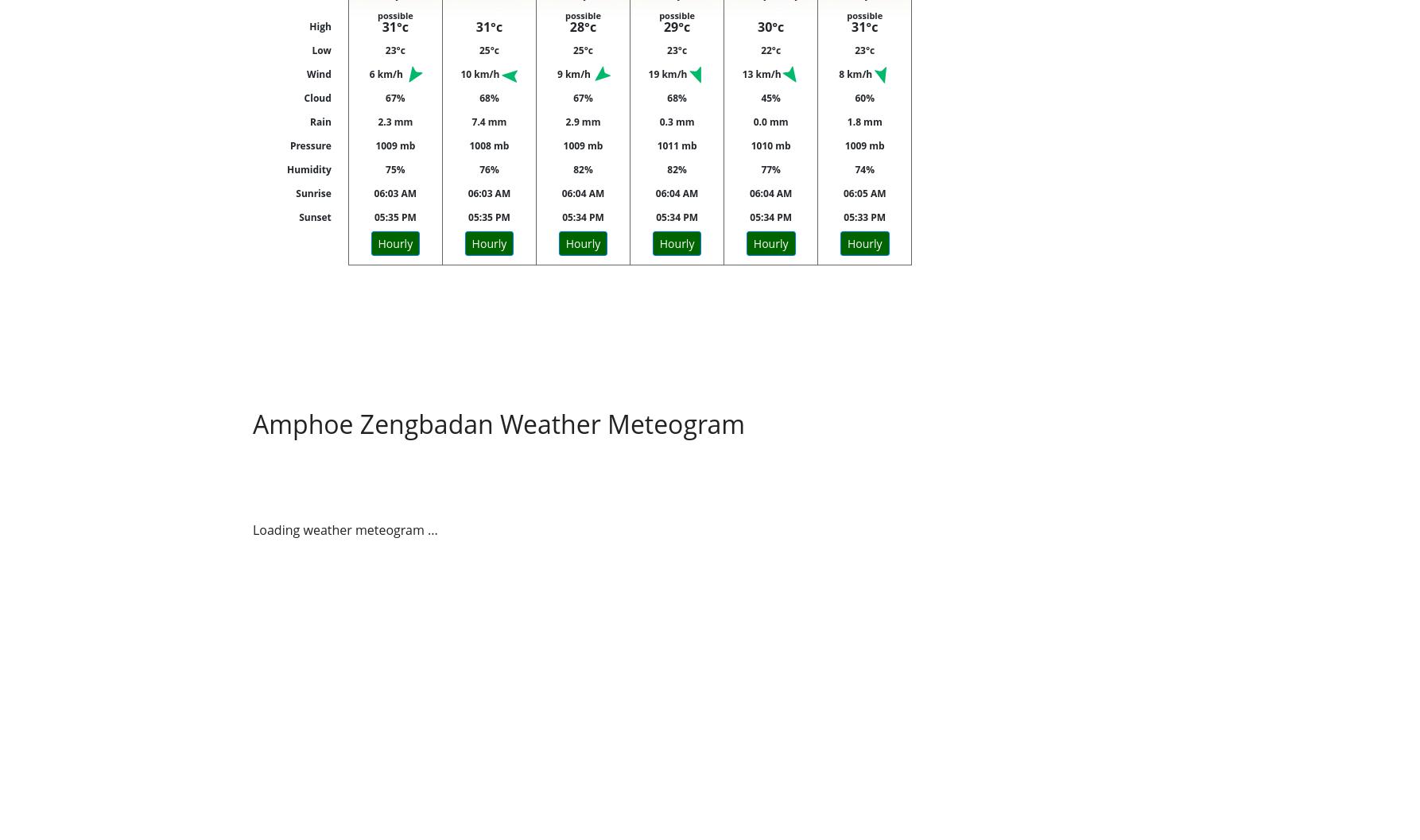 The height and width of the screenshot is (840, 1420). What do you see at coordinates (488, 169) in the screenshot?
I see `'76%'` at bounding box center [488, 169].